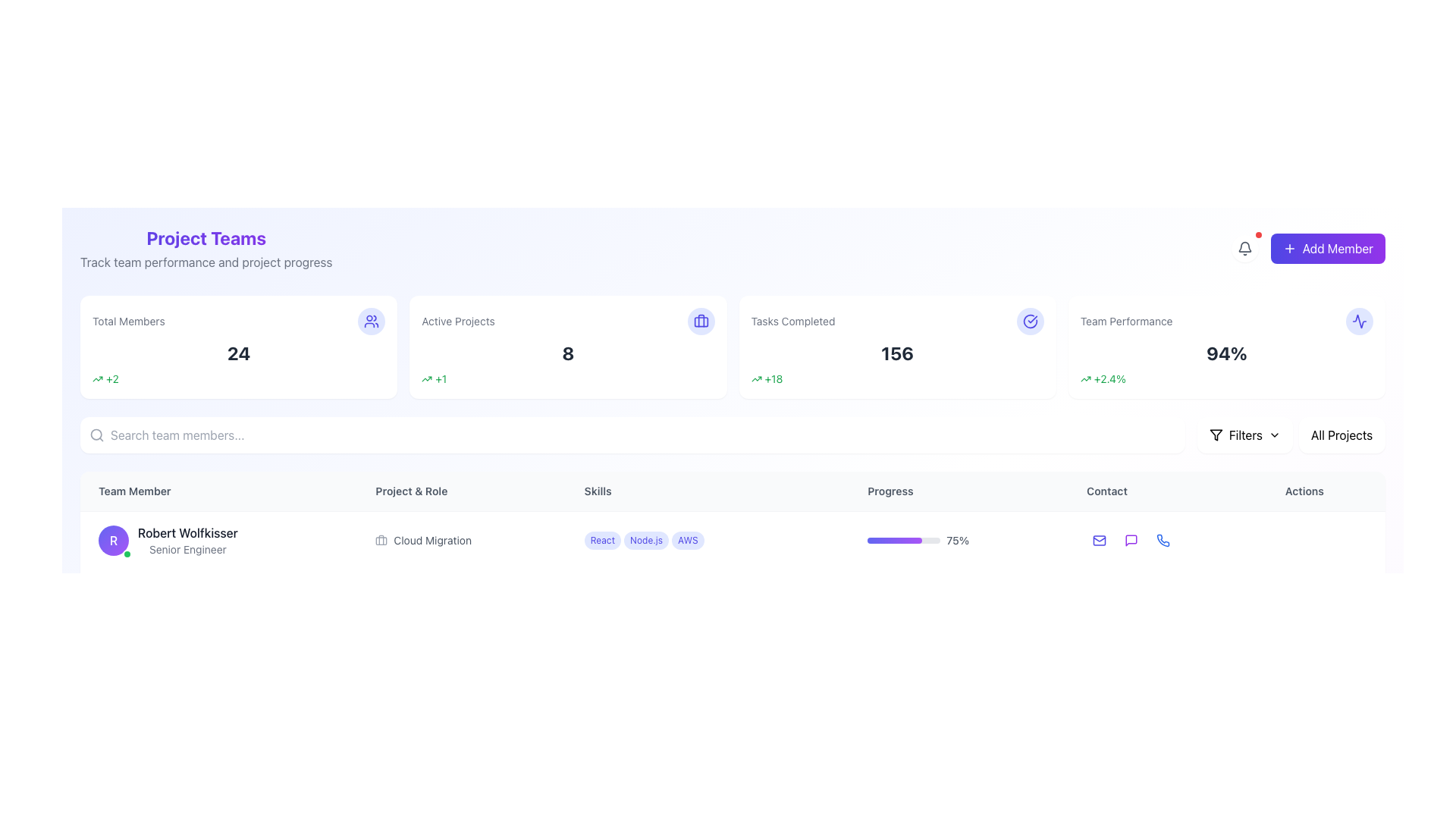 This screenshot has height=819, width=1456. Describe the element at coordinates (1325, 540) in the screenshot. I see `the context menu button in the 'Actions' column for the user 'Robert Wolfkisser'` at that location.